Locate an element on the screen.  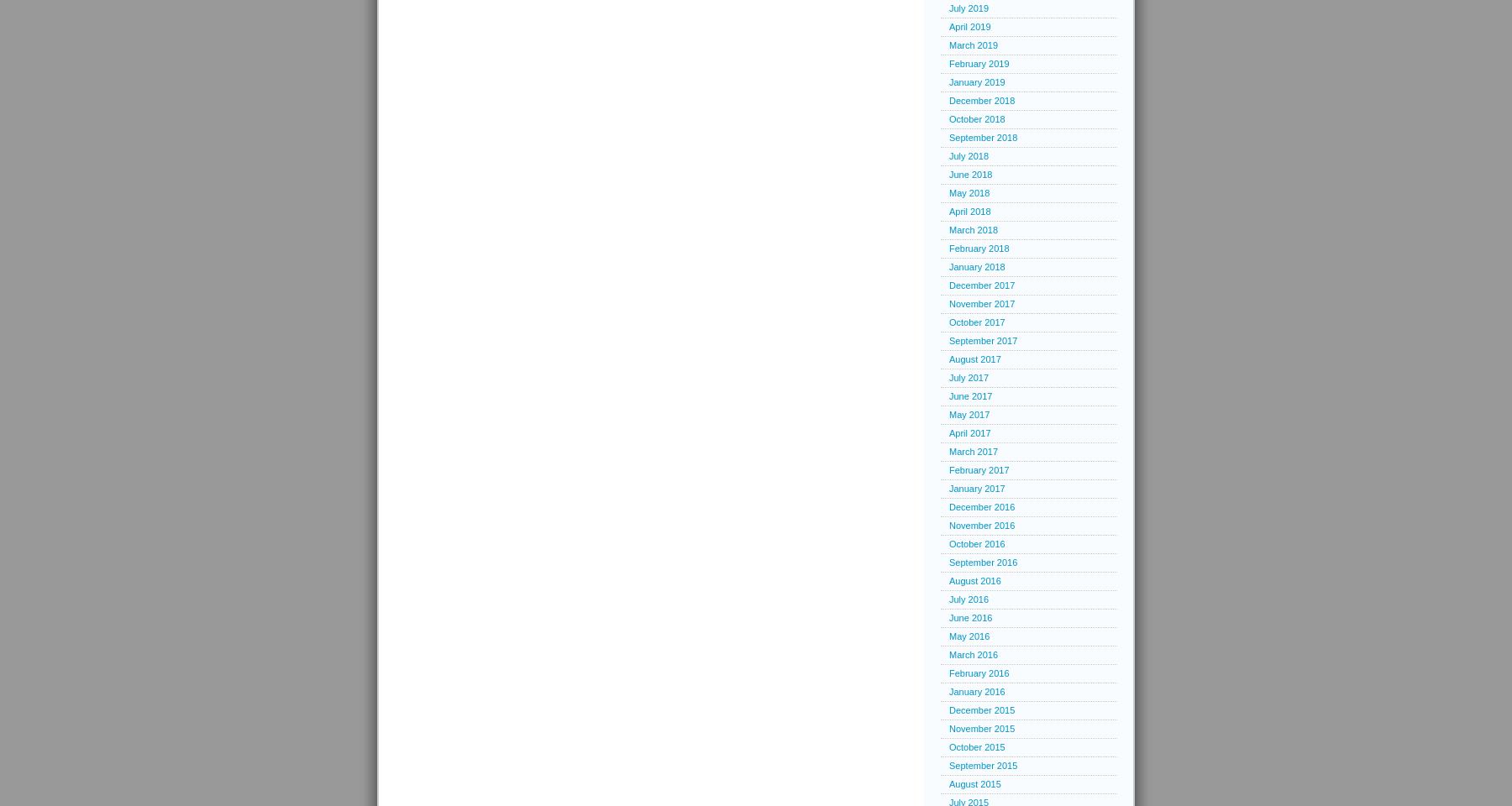
'April 2019' is located at coordinates (969, 25).